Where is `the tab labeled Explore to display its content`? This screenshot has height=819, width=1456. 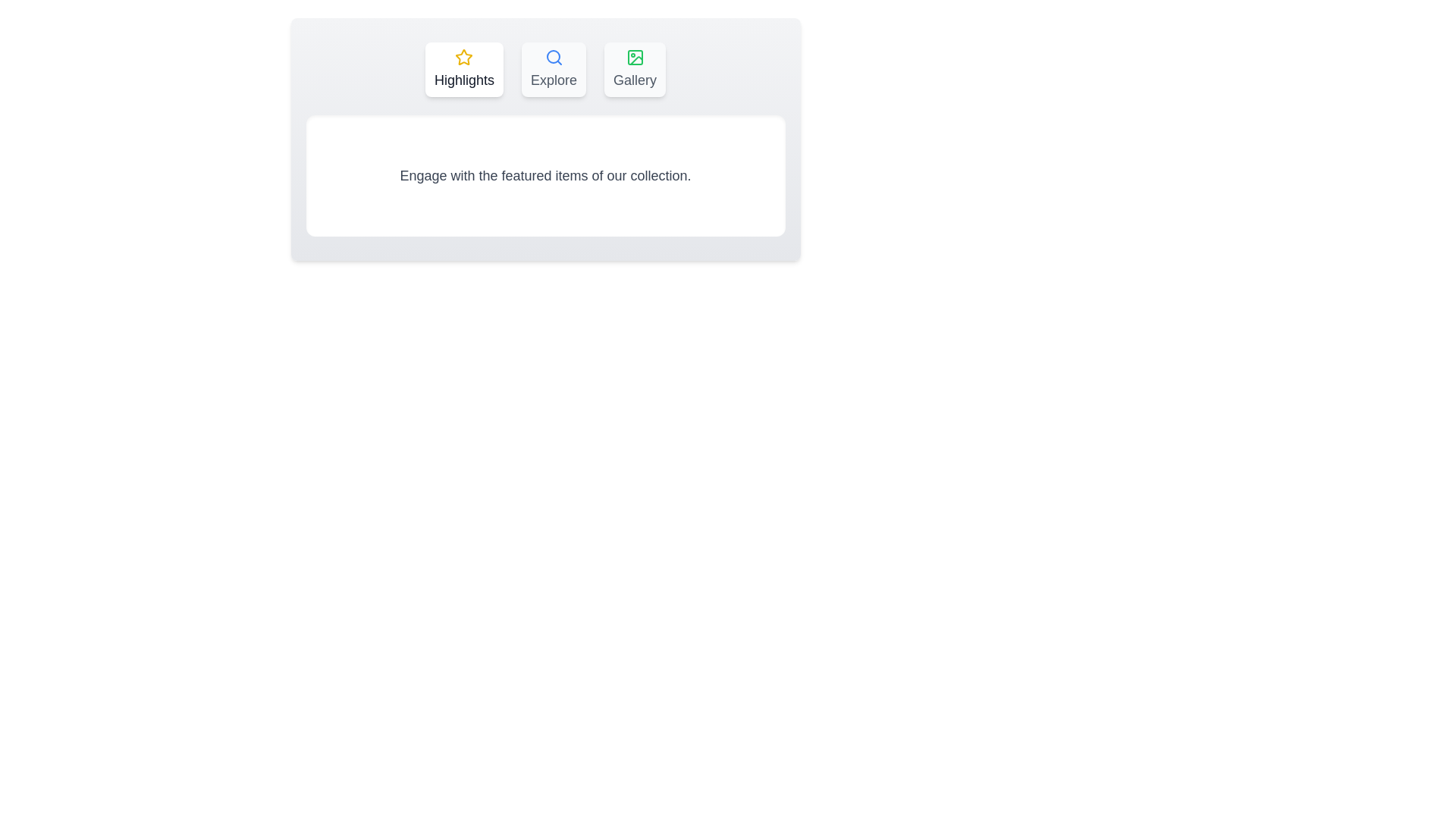
the tab labeled Explore to display its content is located at coordinates (552, 70).